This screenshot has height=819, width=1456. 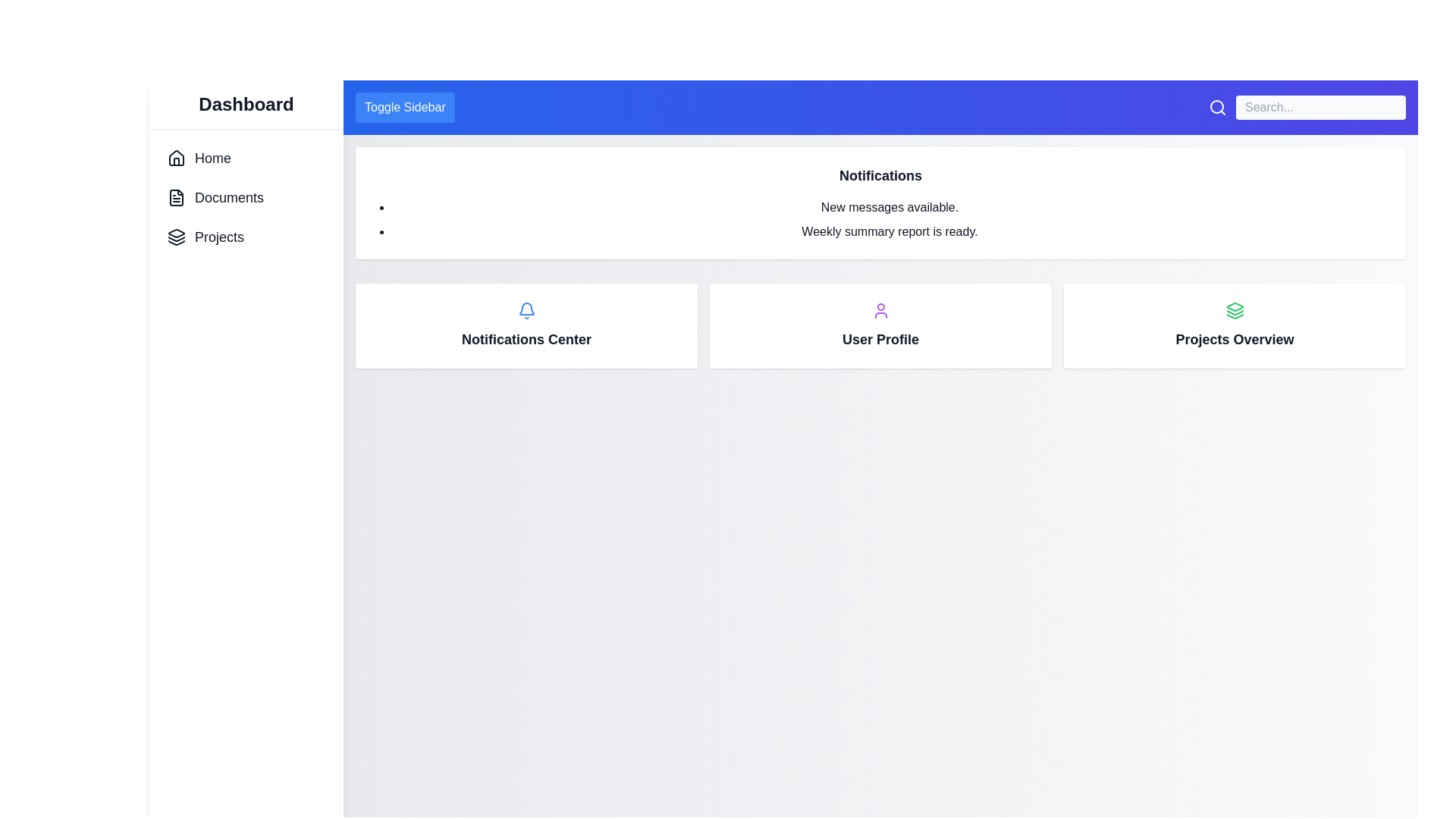 I want to click on keyboard navigation, so click(x=205, y=237).